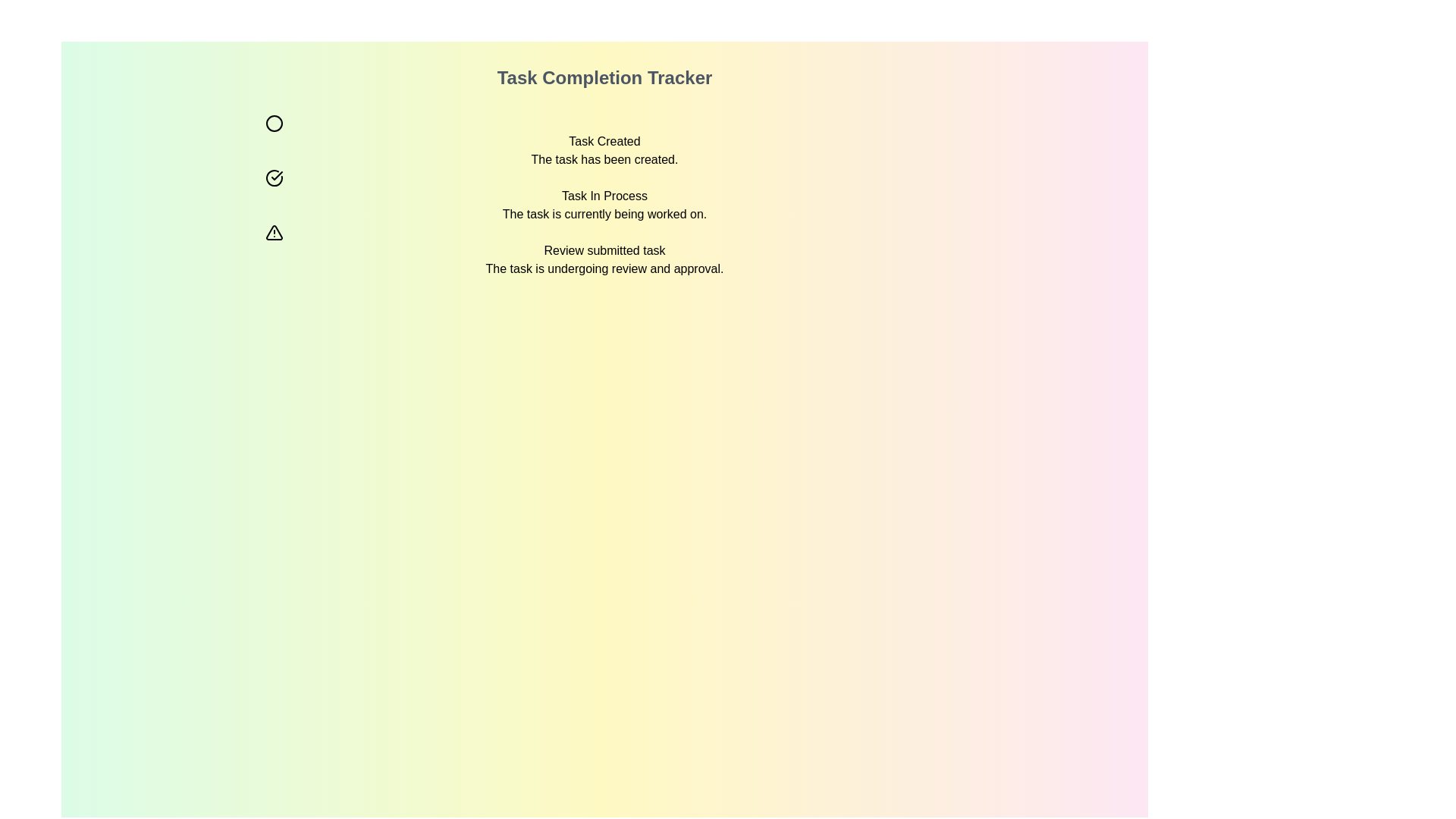 The width and height of the screenshot is (1456, 819). I want to click on the 'Task Completion Tracker' label, which is a bold and large text displayed at the top center of the interface, conveying a heading quality, so click(604, 78).